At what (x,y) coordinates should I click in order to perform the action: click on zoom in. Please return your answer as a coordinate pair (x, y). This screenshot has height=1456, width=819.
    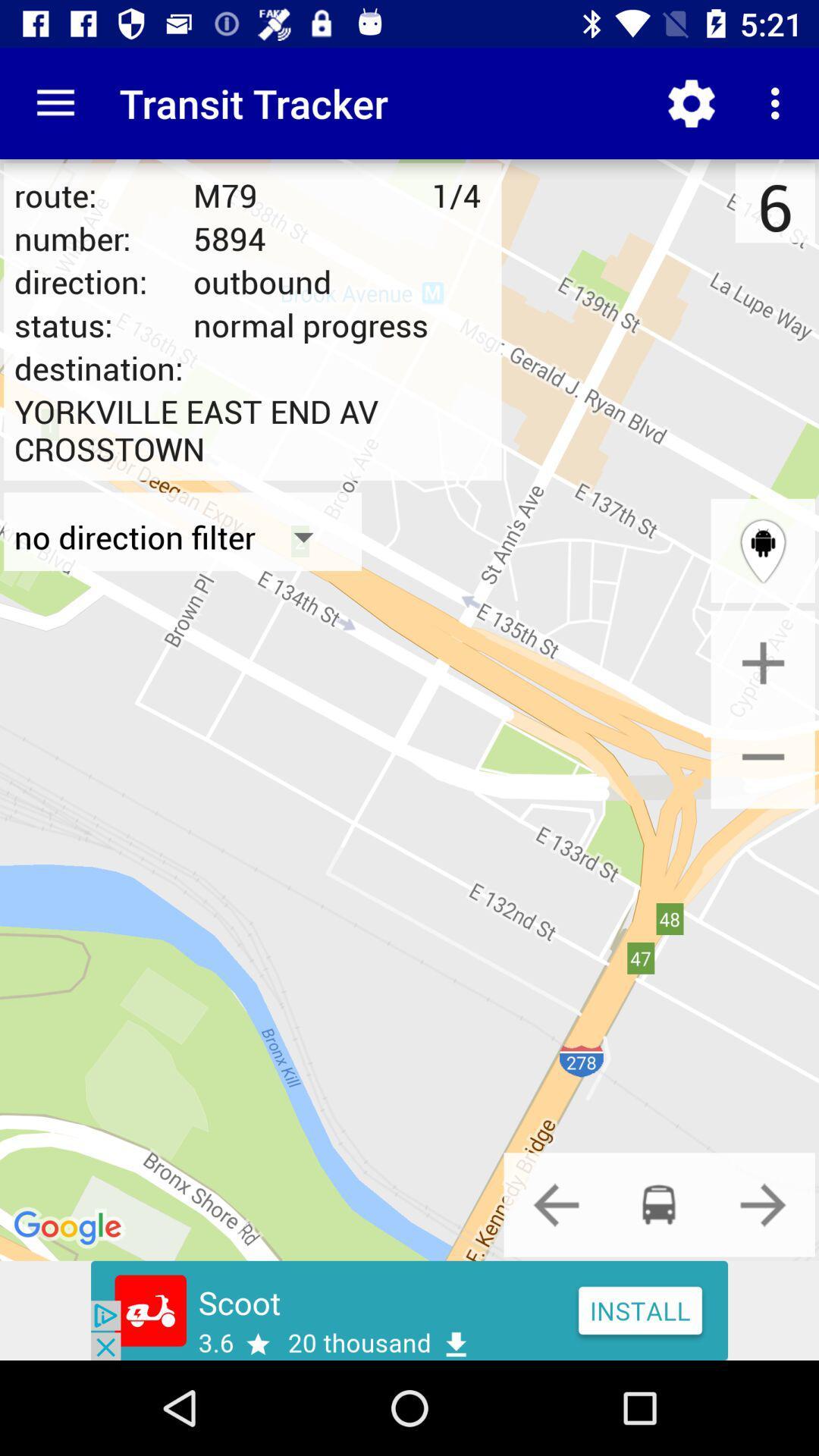
    Looking at the image, I should click on (763, 663).